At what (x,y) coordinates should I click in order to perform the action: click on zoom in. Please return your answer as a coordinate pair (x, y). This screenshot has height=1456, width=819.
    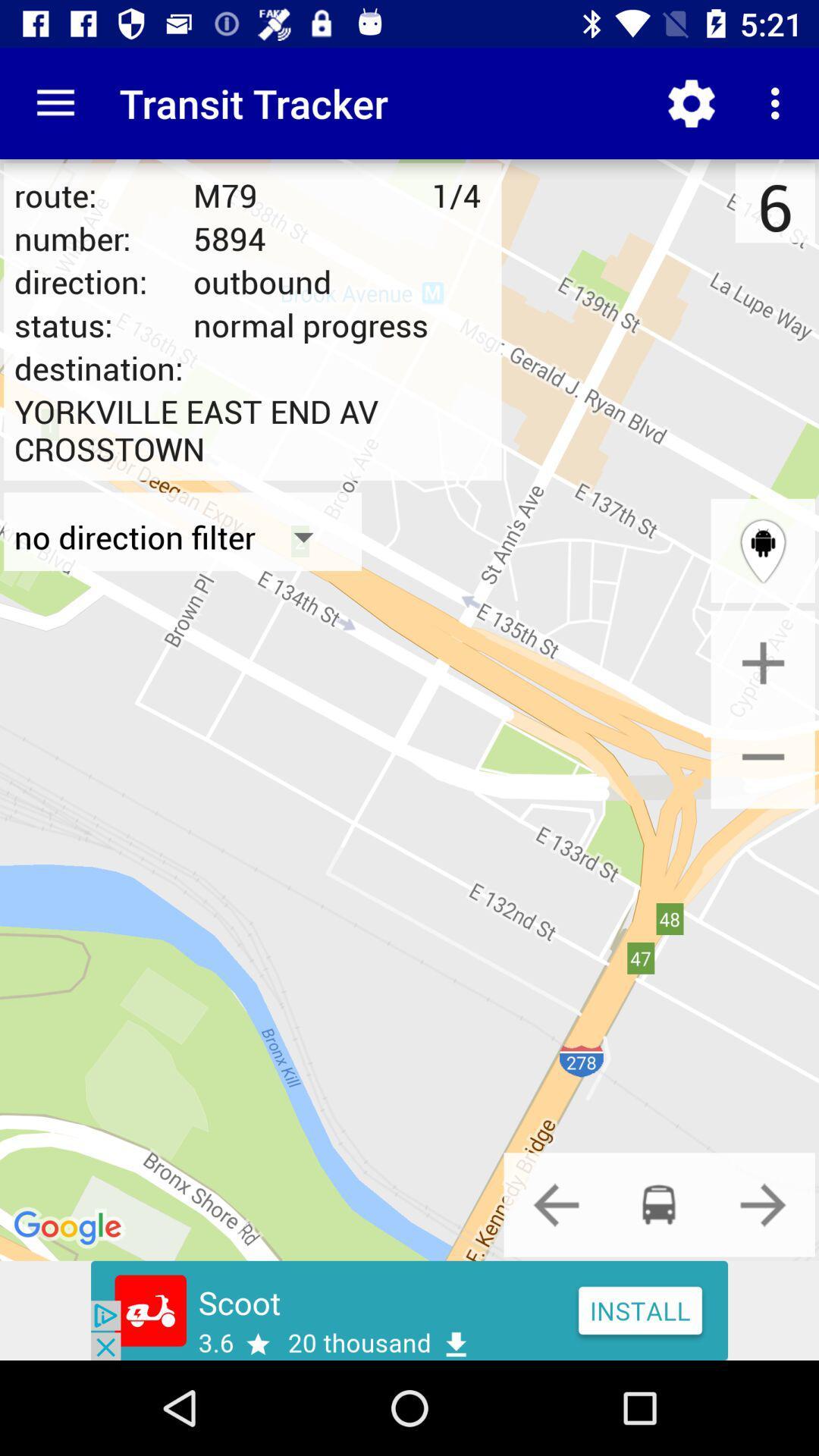
    Looking at the image, I should click on (763, 663).